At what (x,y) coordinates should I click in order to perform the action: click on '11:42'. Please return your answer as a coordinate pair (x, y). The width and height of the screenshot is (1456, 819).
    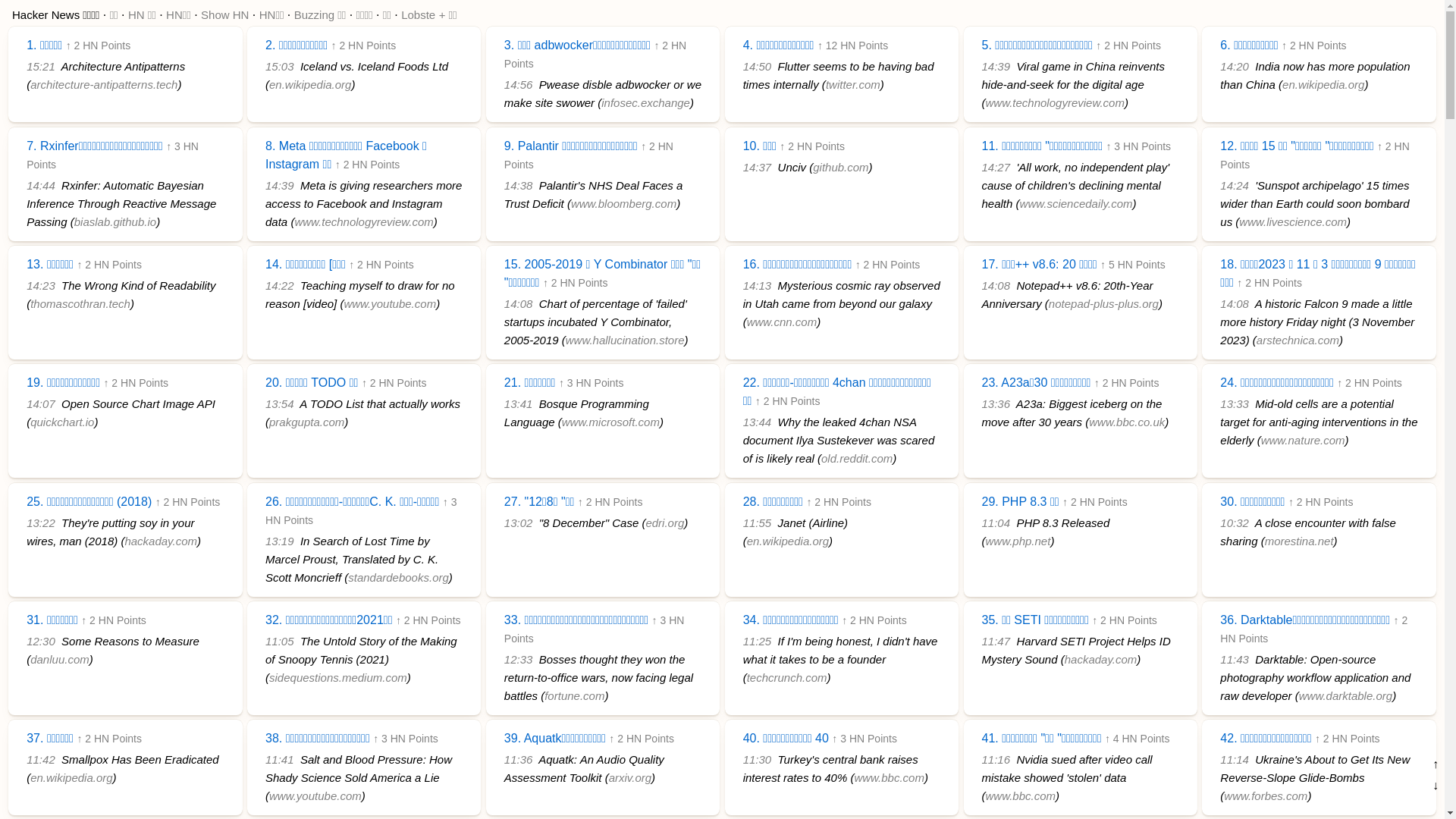
    Looking at the image, I should click on (26, 759).